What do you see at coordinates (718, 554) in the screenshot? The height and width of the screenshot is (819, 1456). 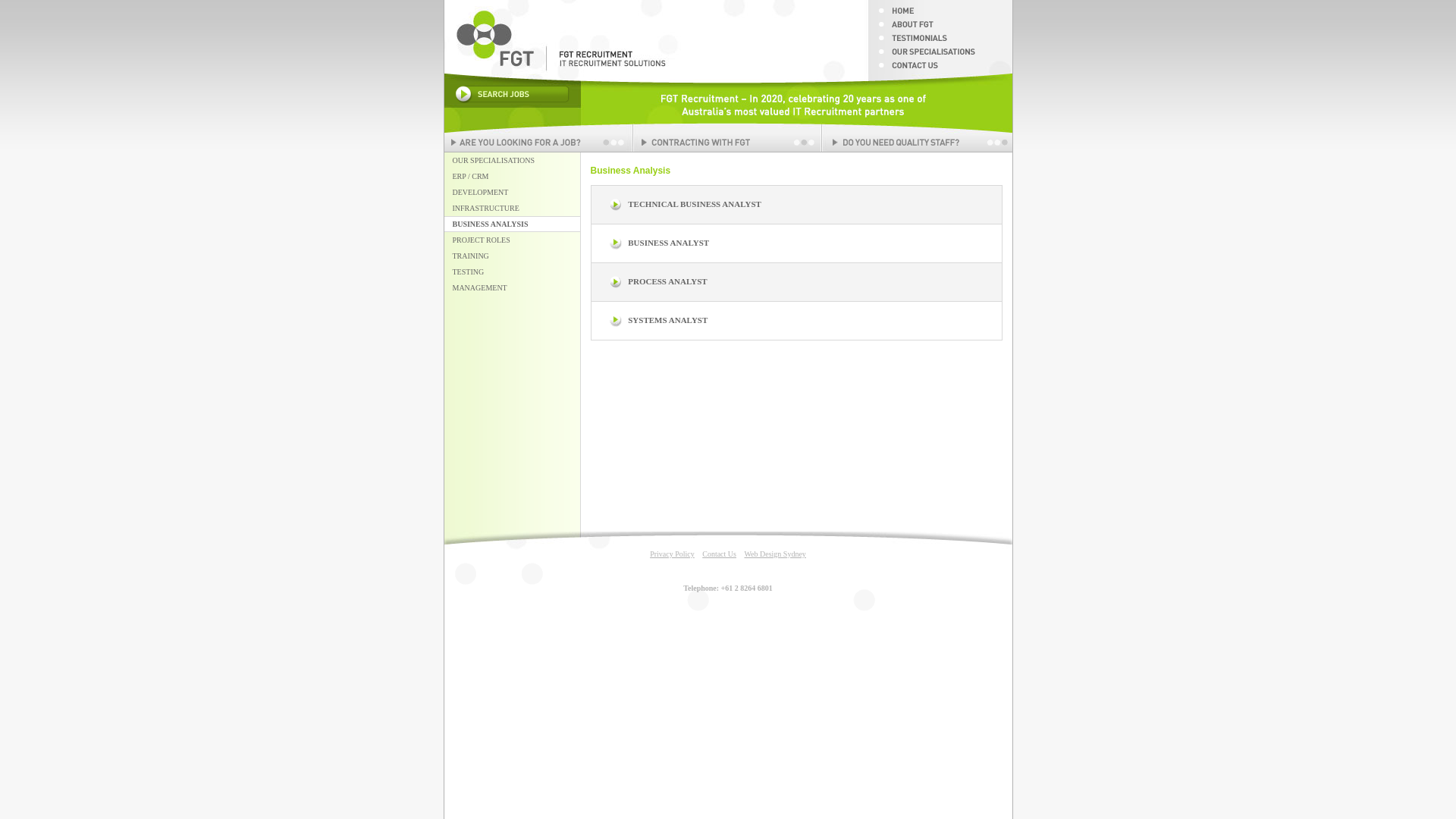 I see `'Contact Us'` at bounding box center [718, 554].